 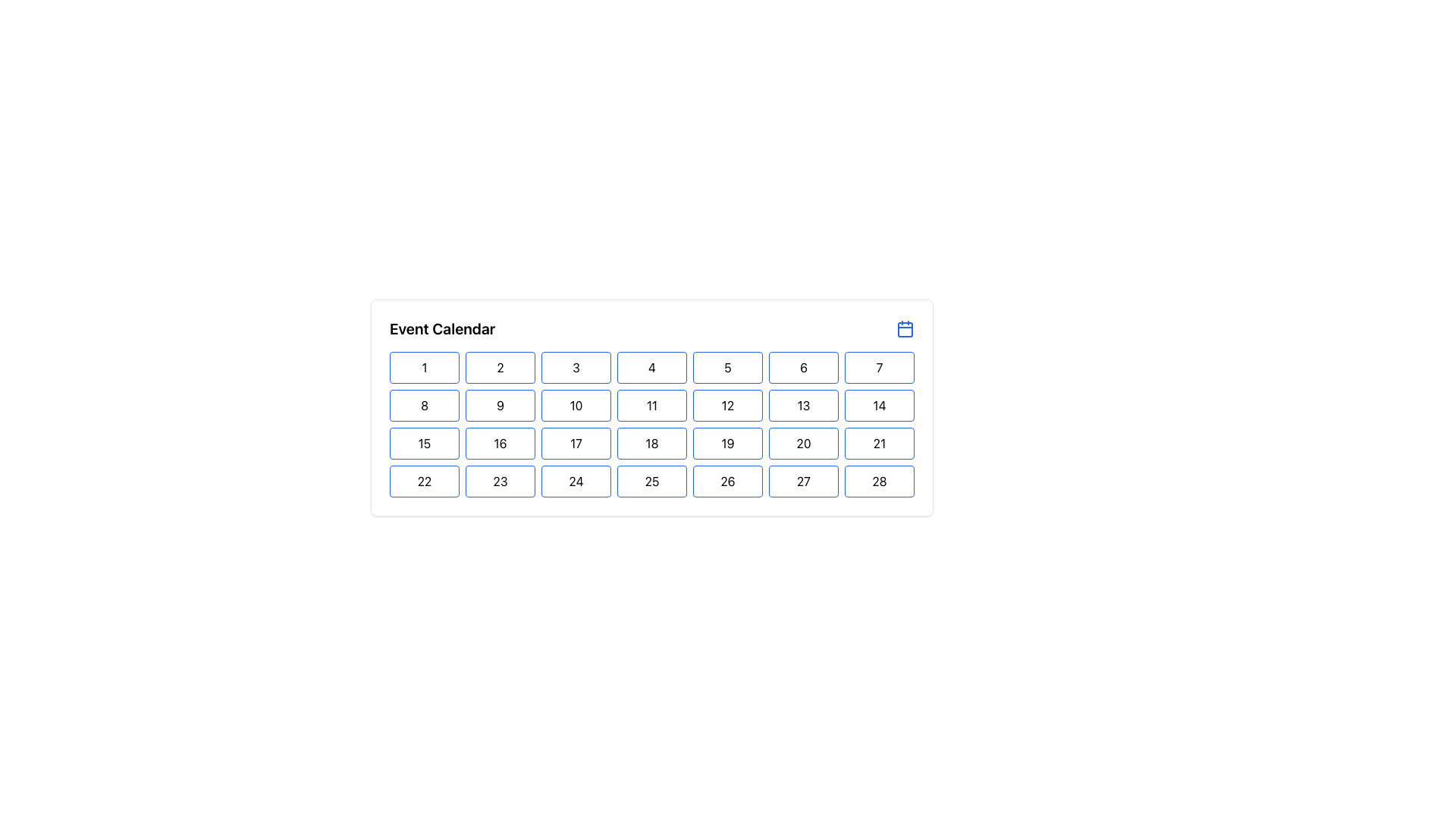 I want to click on the rectangular button with rounded corners and a blue border containing the text '10' to trigger its hover state, so click(x=575, y=405).